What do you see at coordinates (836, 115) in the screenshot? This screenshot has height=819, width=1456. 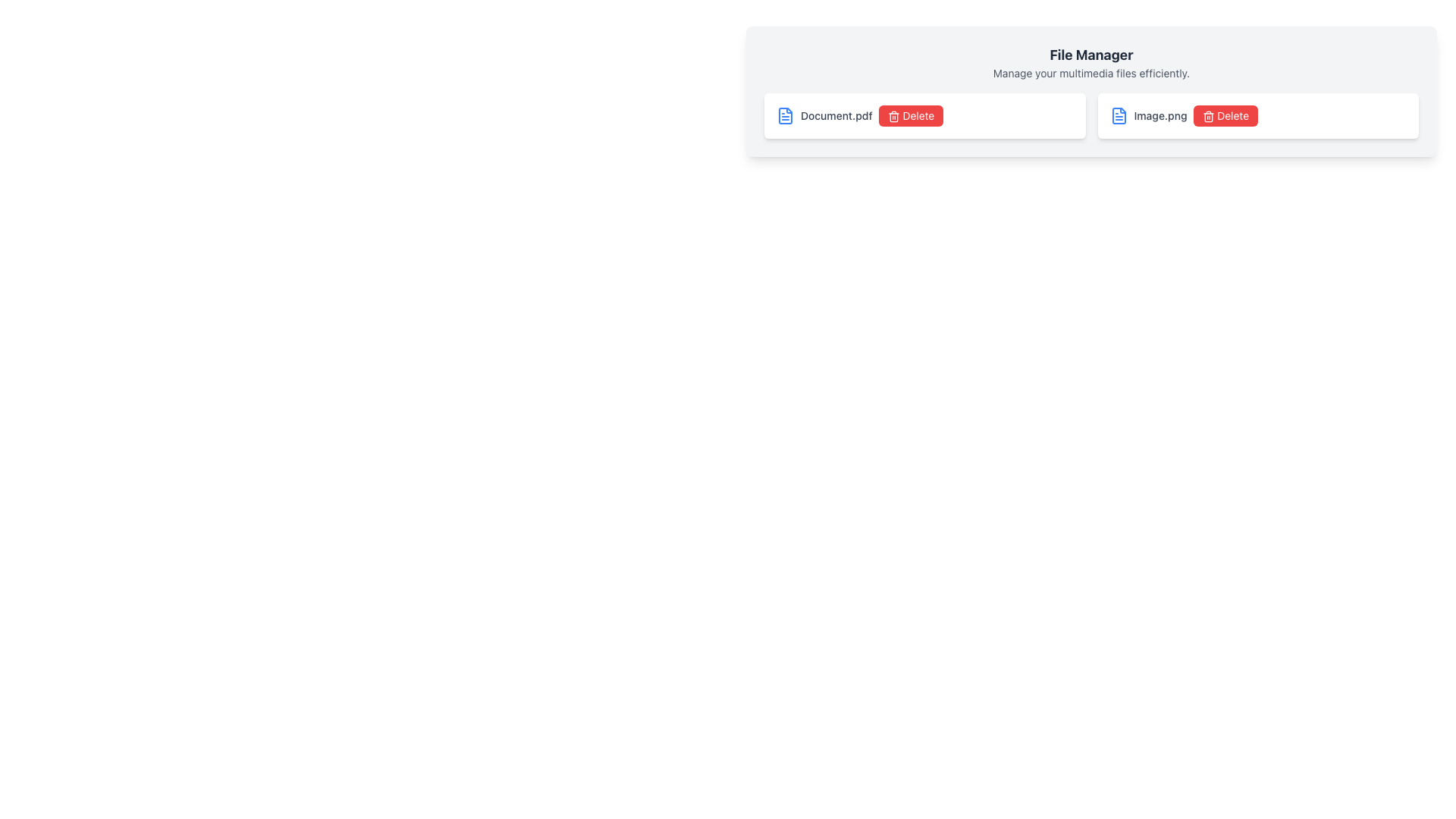 I see `the static text label indicating the file name 'Document.pdf' located in the first file item of the file manager interface` at bounding box center [836, 115].